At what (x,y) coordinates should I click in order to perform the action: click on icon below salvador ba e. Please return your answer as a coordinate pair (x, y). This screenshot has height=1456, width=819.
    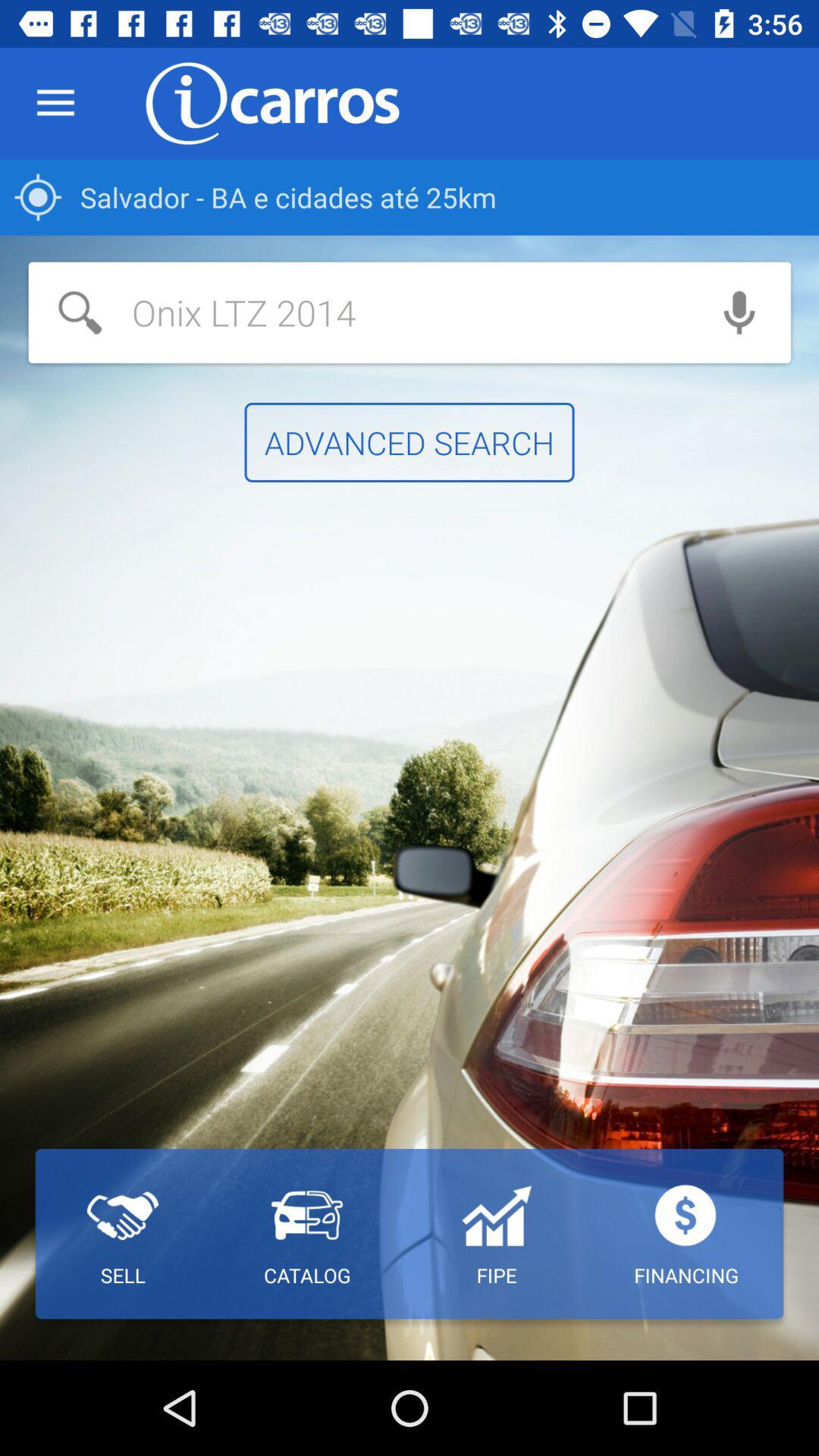
    Looking at the image, I should click on (739, 312).